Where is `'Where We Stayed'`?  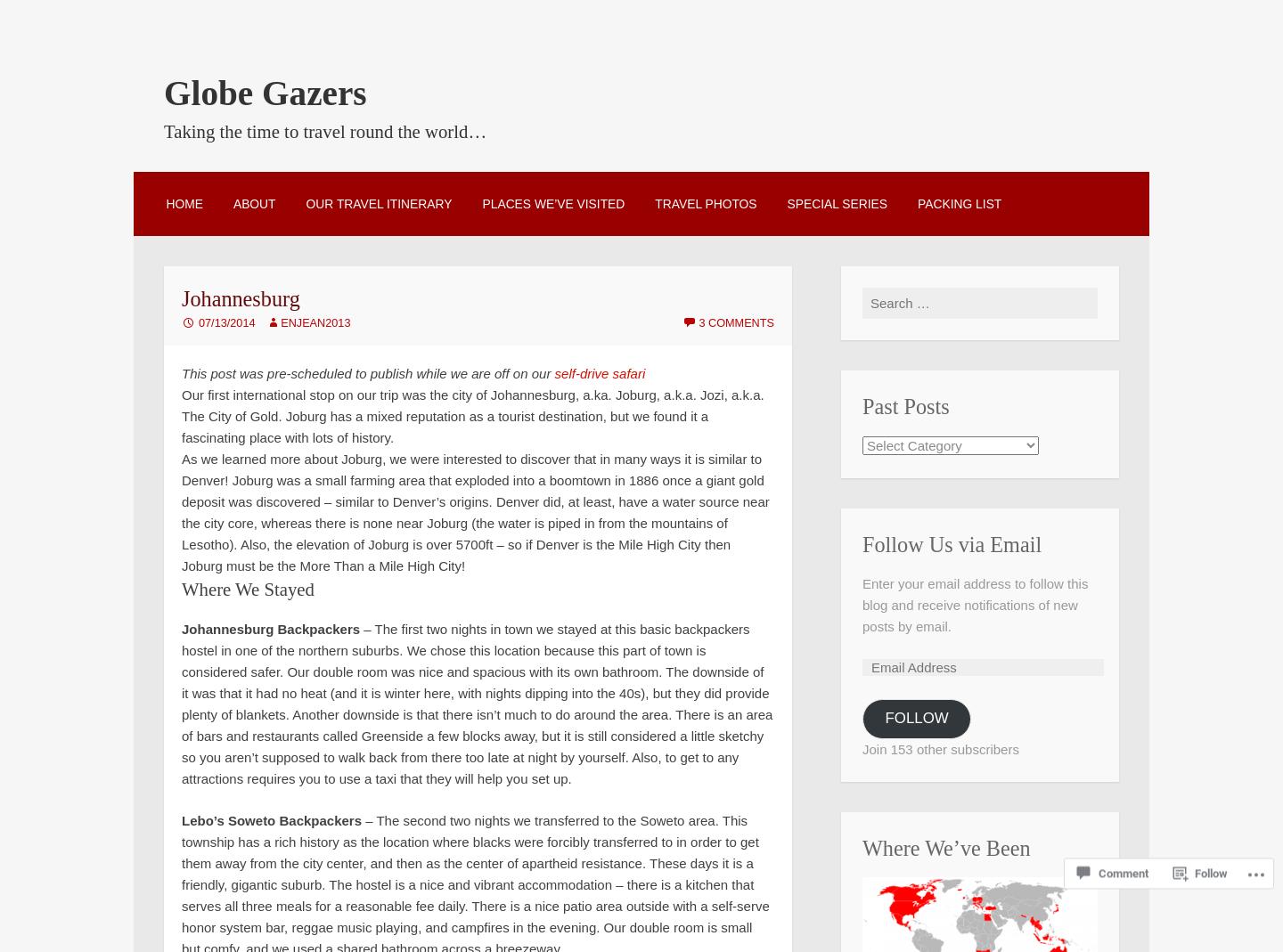
'Where We Stayed' is located at coordinates (247, 589).